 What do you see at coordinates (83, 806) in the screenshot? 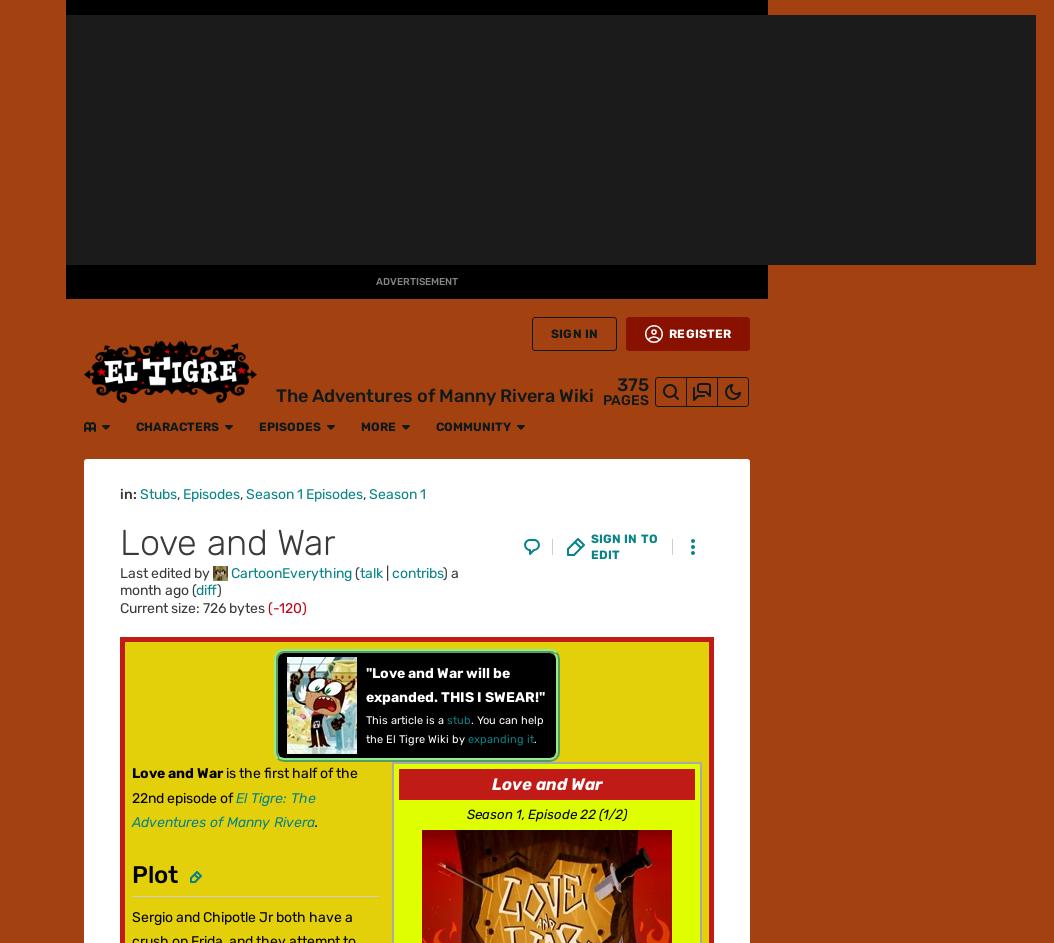
I see `'Overview'` at bounding box center [83, 806].